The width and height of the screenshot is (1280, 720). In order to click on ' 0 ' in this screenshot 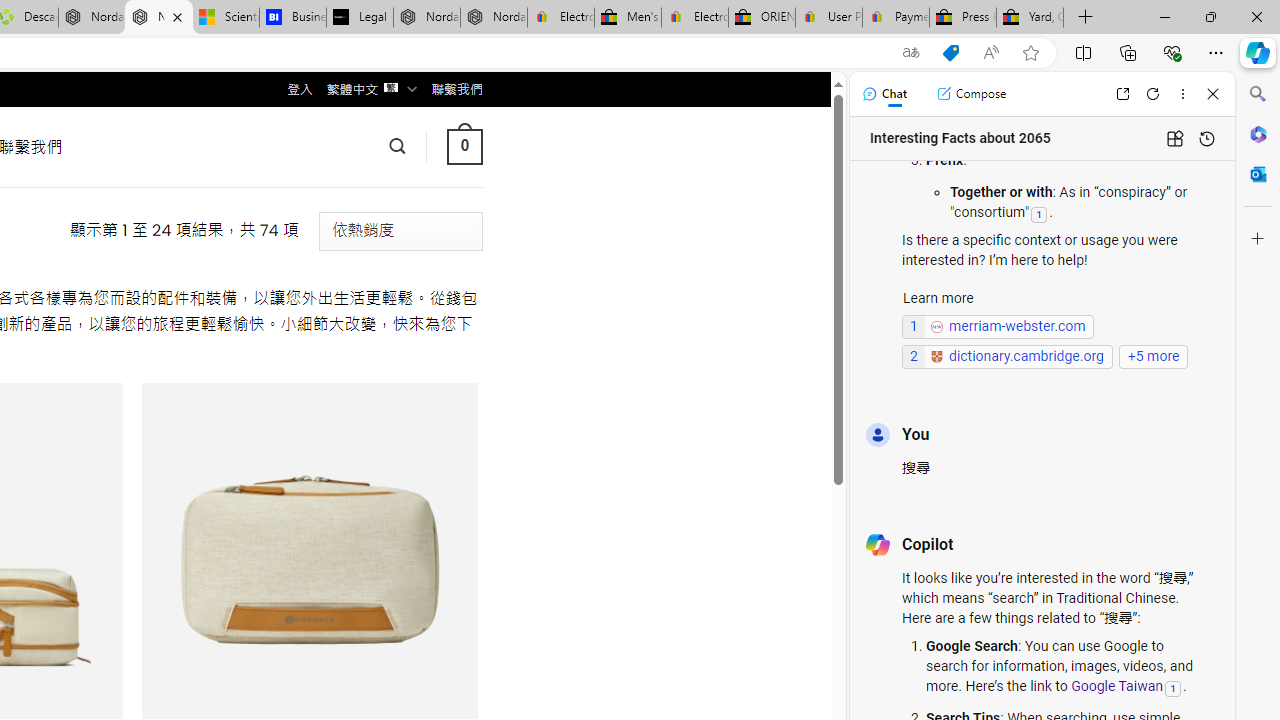, I will do `click(463, 145)`.